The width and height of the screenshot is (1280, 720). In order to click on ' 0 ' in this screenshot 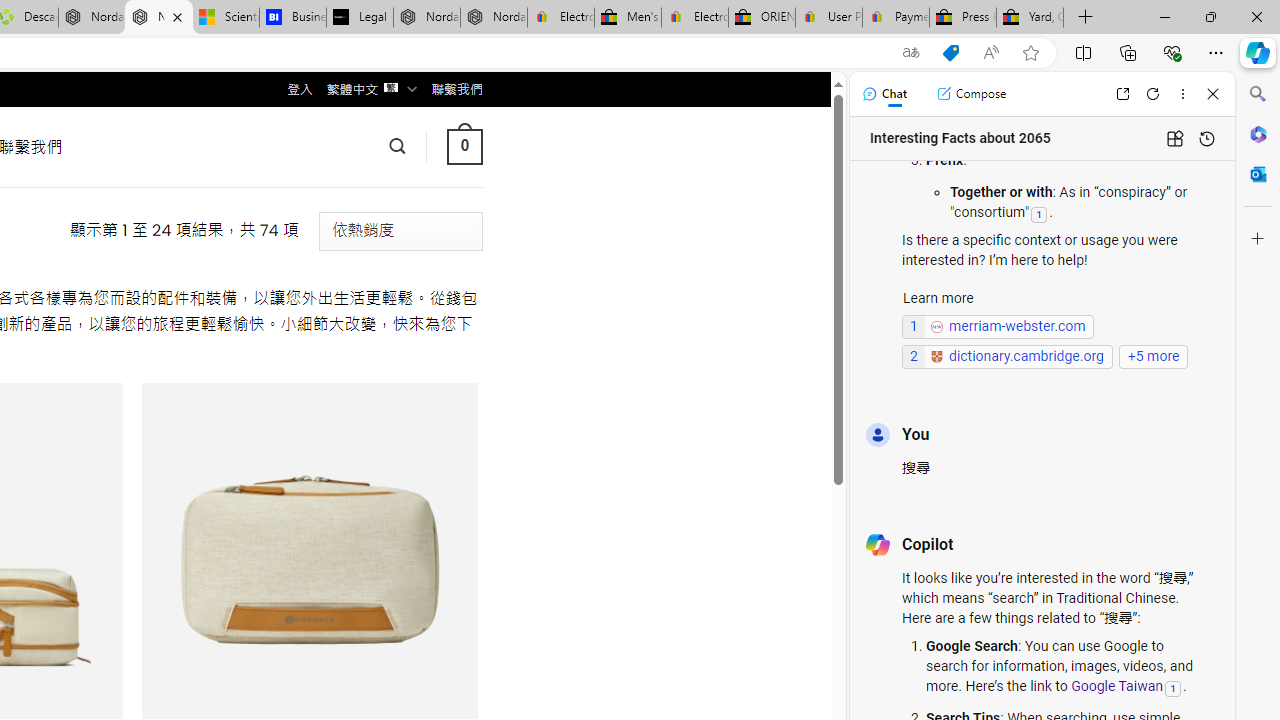, I will do `click(463, 145)`.